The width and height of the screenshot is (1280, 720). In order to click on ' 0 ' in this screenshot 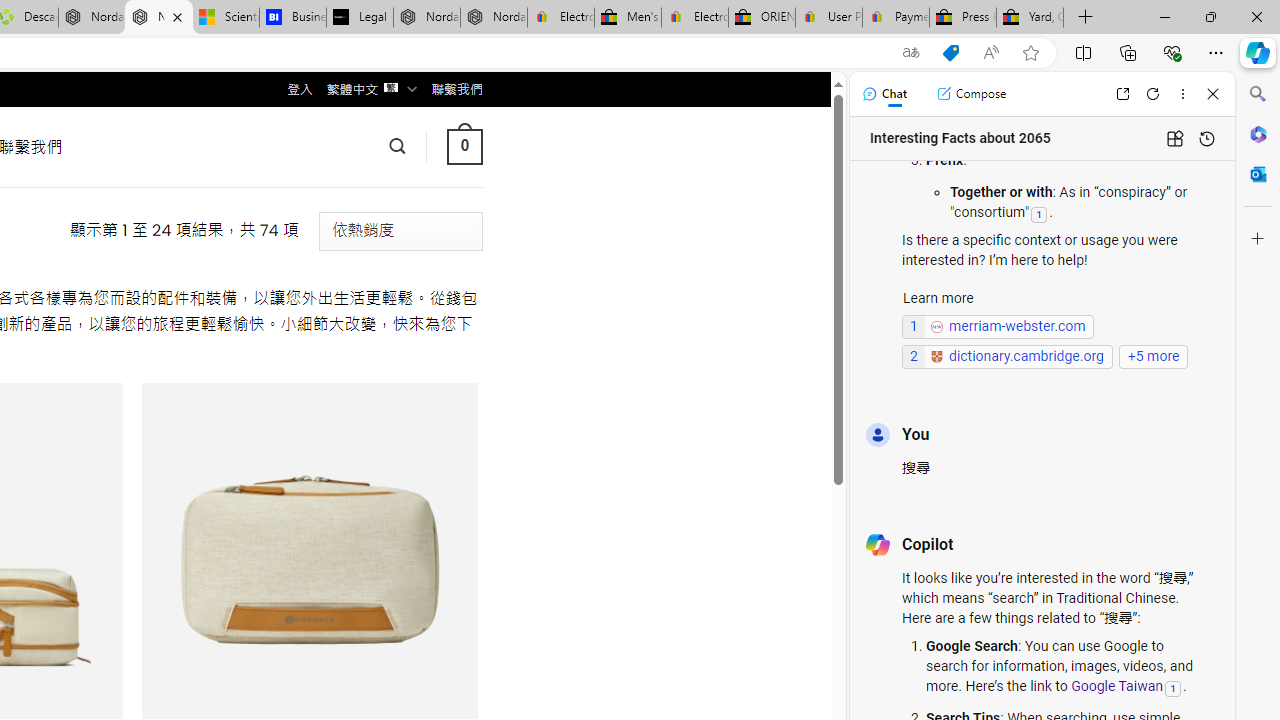, I will do `click(463, 145)`.